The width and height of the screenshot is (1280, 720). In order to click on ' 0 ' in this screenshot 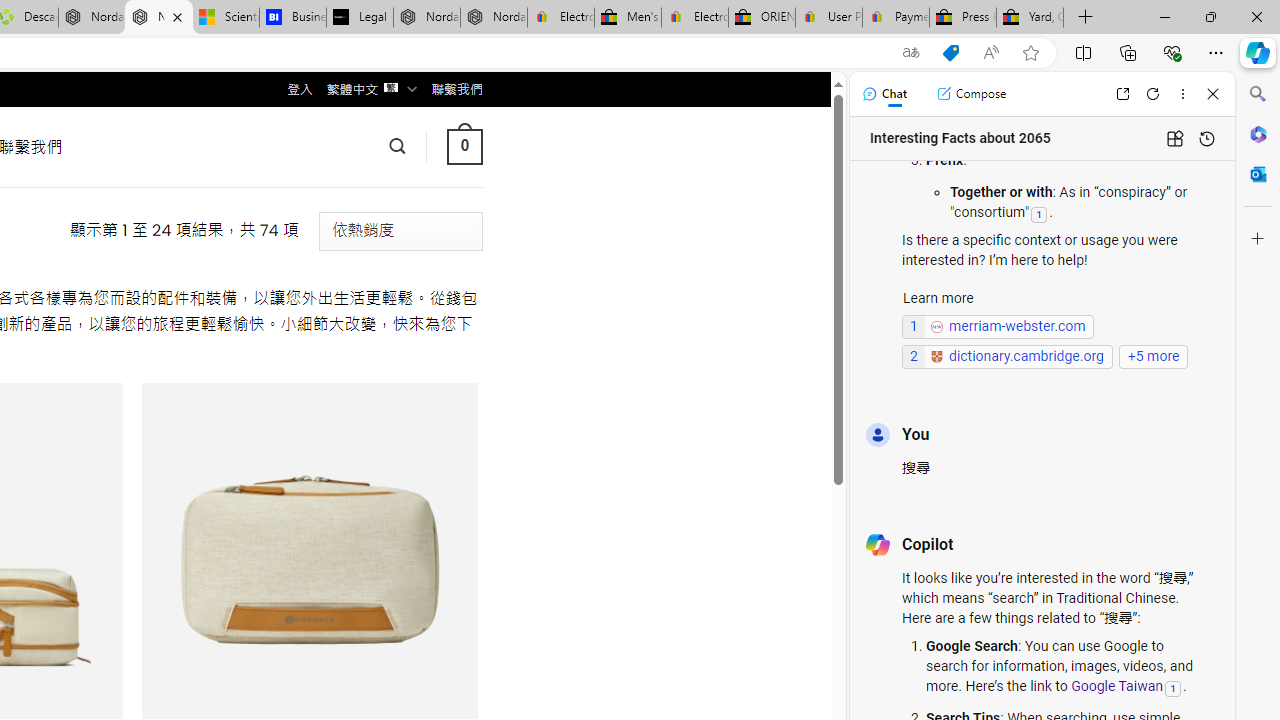, I will do `click(463, 145)`.